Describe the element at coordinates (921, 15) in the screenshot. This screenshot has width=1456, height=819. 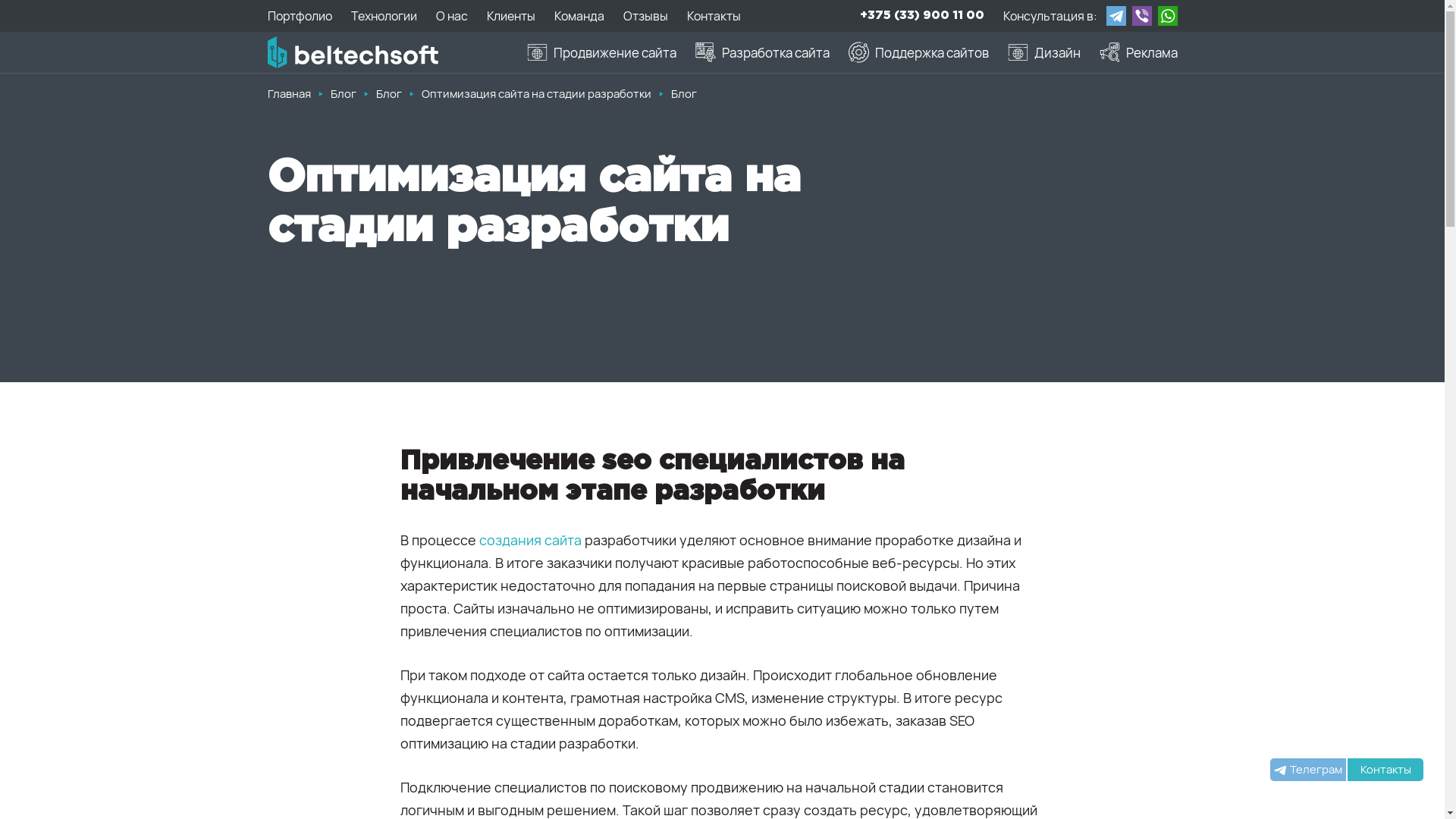
I see `'+375 (33) 900 11 00'` at that location.